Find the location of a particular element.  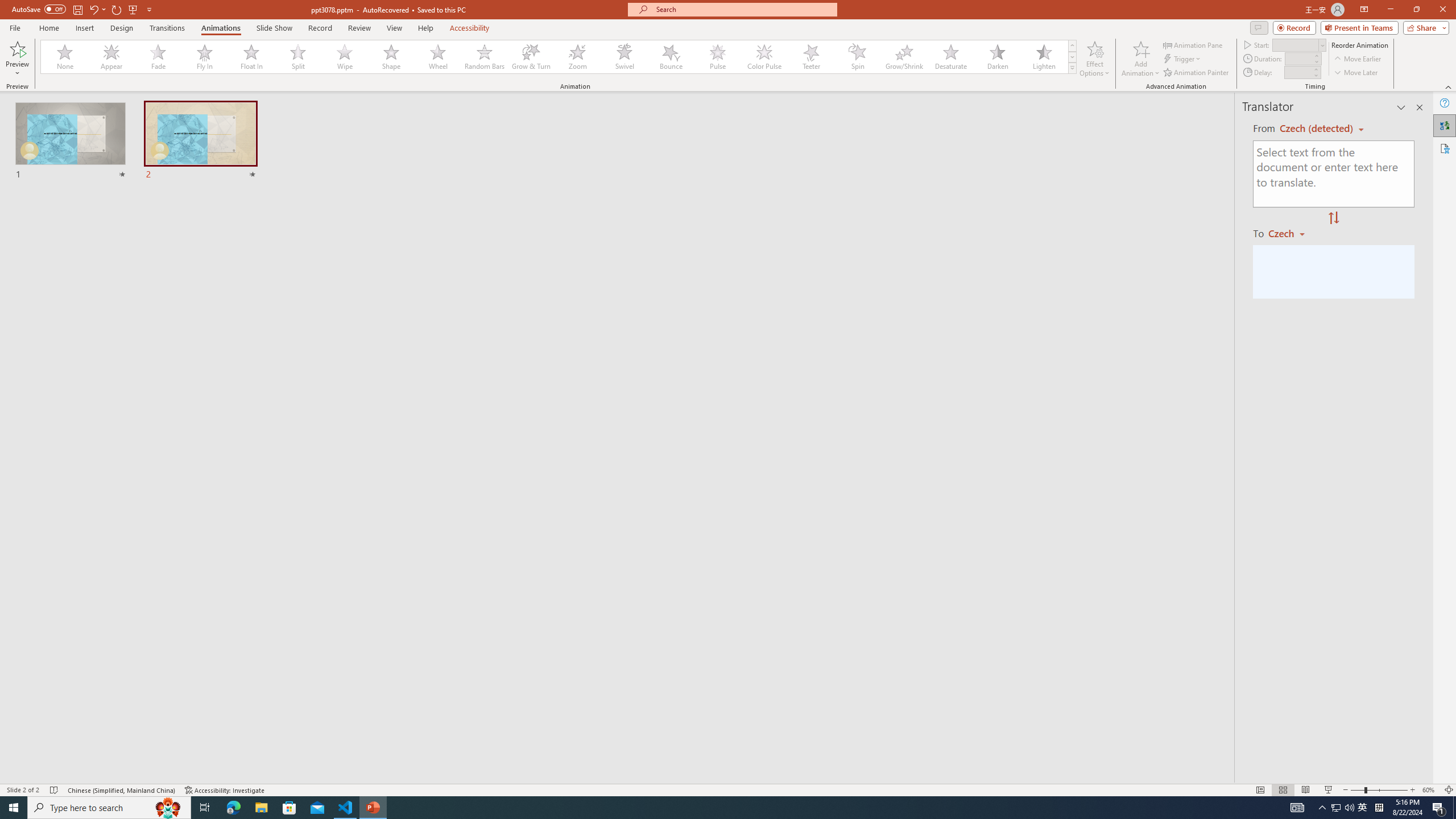

'Spin' is located at coordinates (857, 56).